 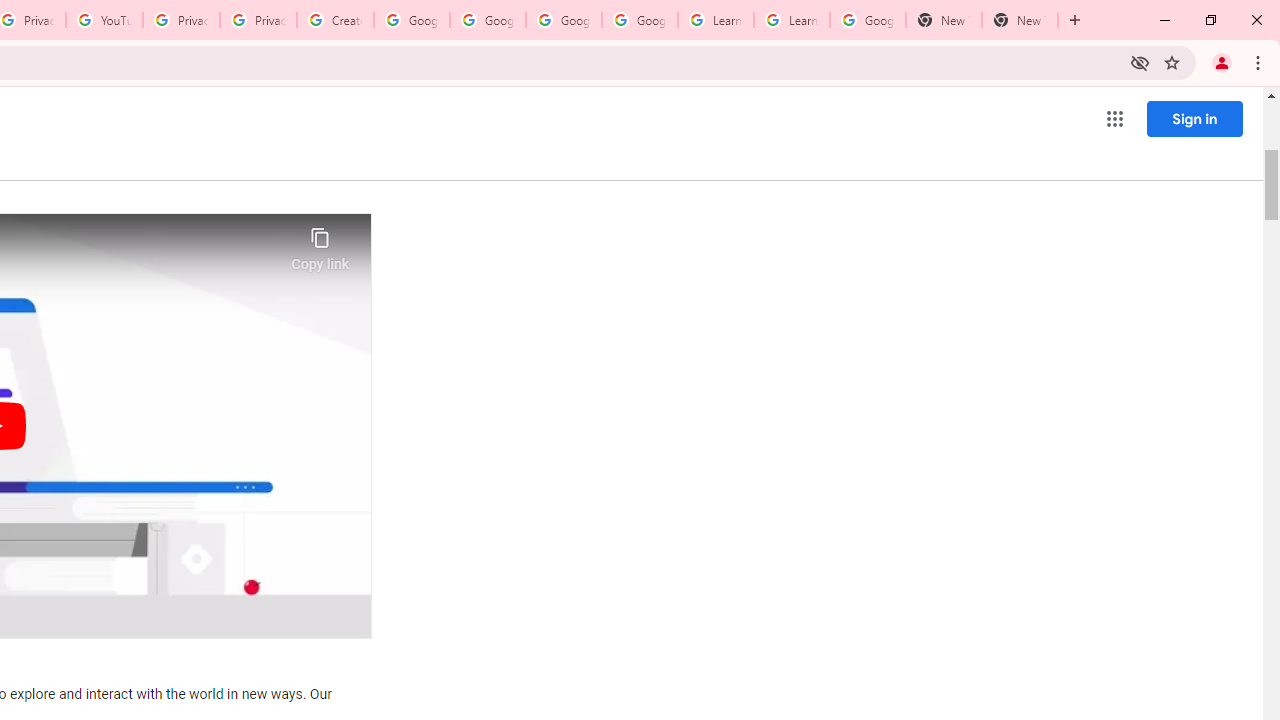 What do you see at coordinates (103, 20) in the screenshot?
I see `'YouTube'` at bounding box center [103, 20].